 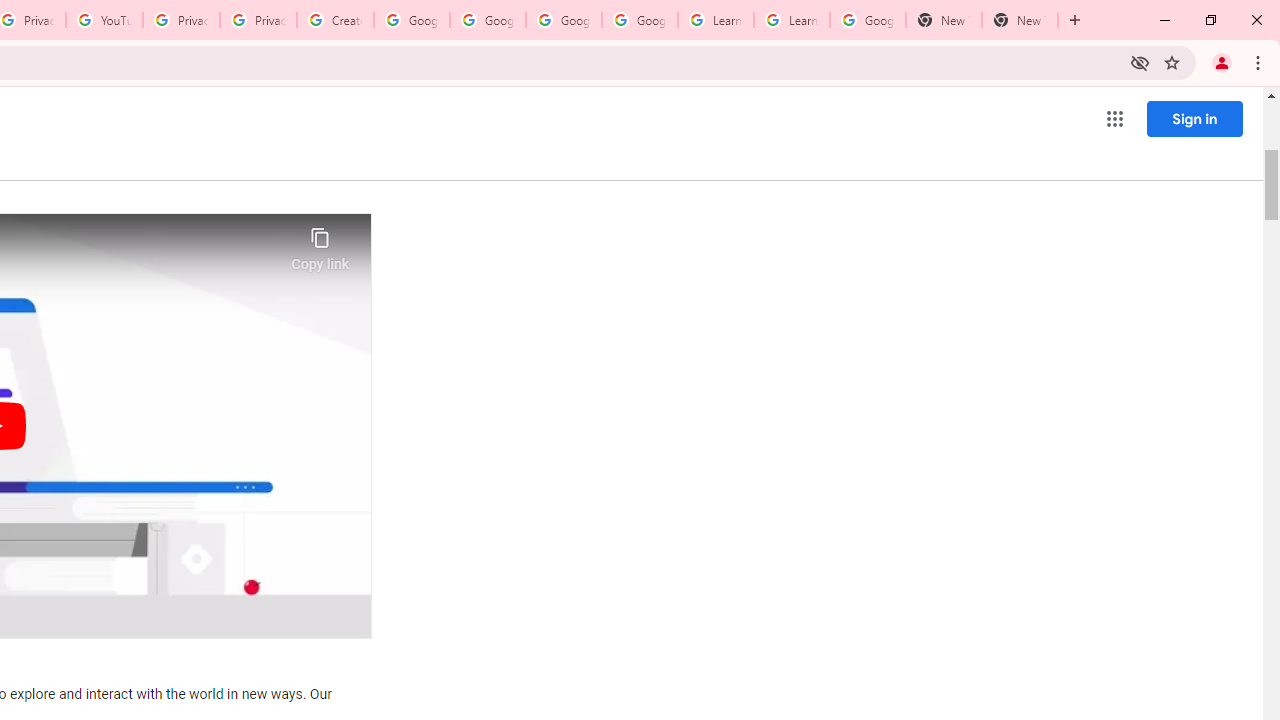 What do you see at coordinates (103, 20) in the screenshot?
I see `'YouTube'` at bounding box center [103, 20].